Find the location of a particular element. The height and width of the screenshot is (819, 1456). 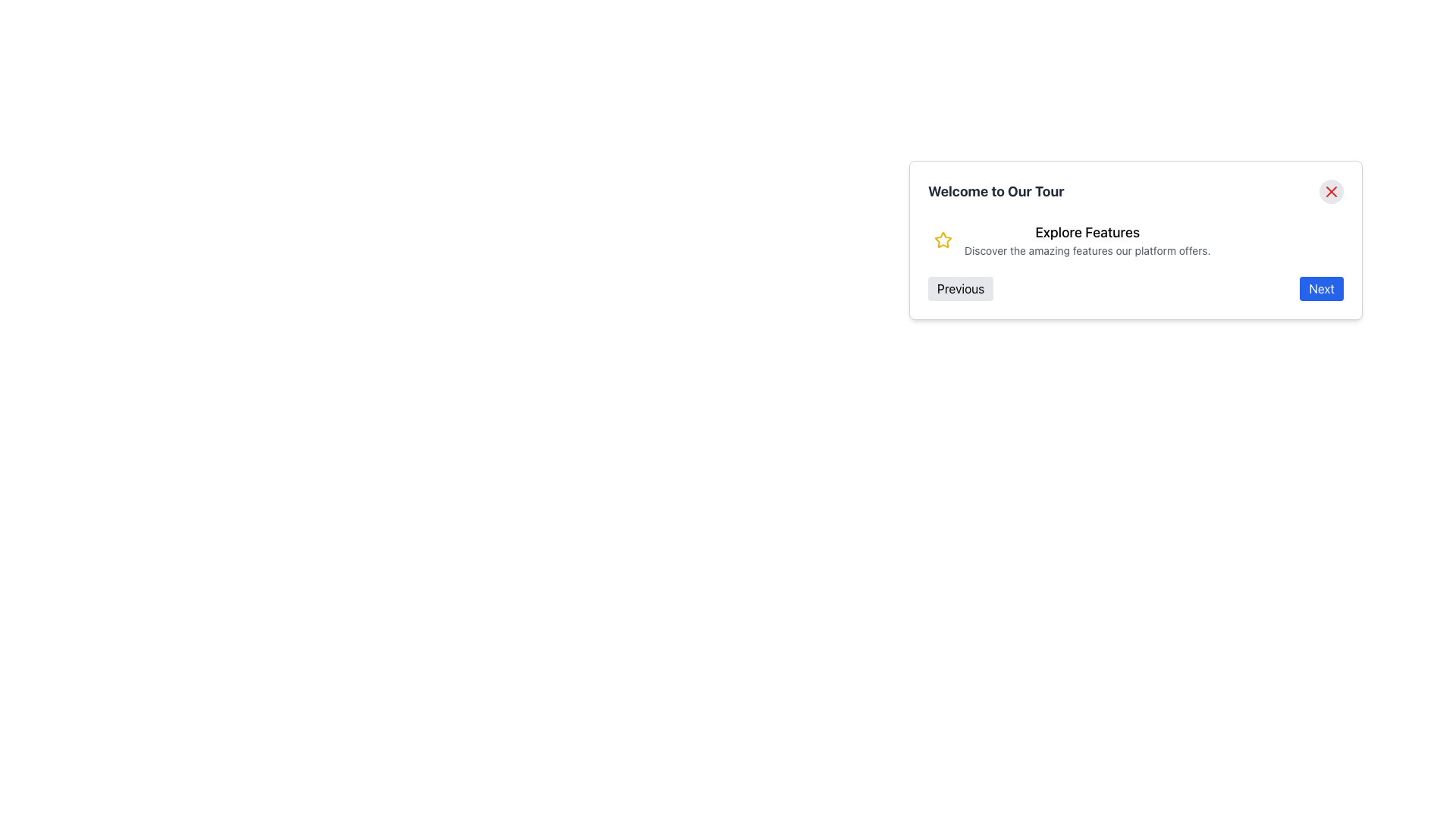

the 'Previous' button located in the bottom left of the dialog box is located at coordinates (960, 289).